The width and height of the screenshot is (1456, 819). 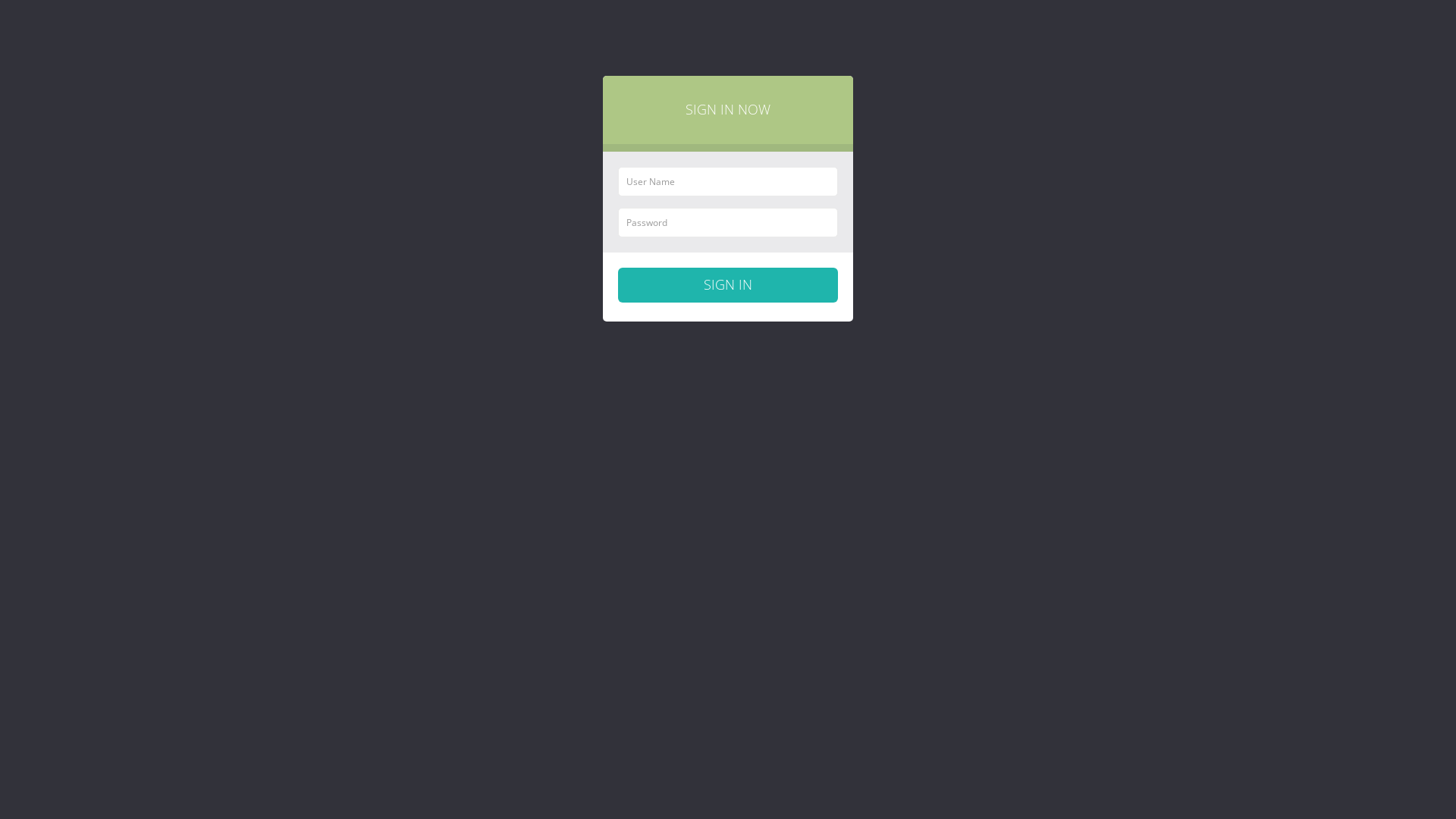 I want to click on 'Sign in', so click(x=728, y=284).